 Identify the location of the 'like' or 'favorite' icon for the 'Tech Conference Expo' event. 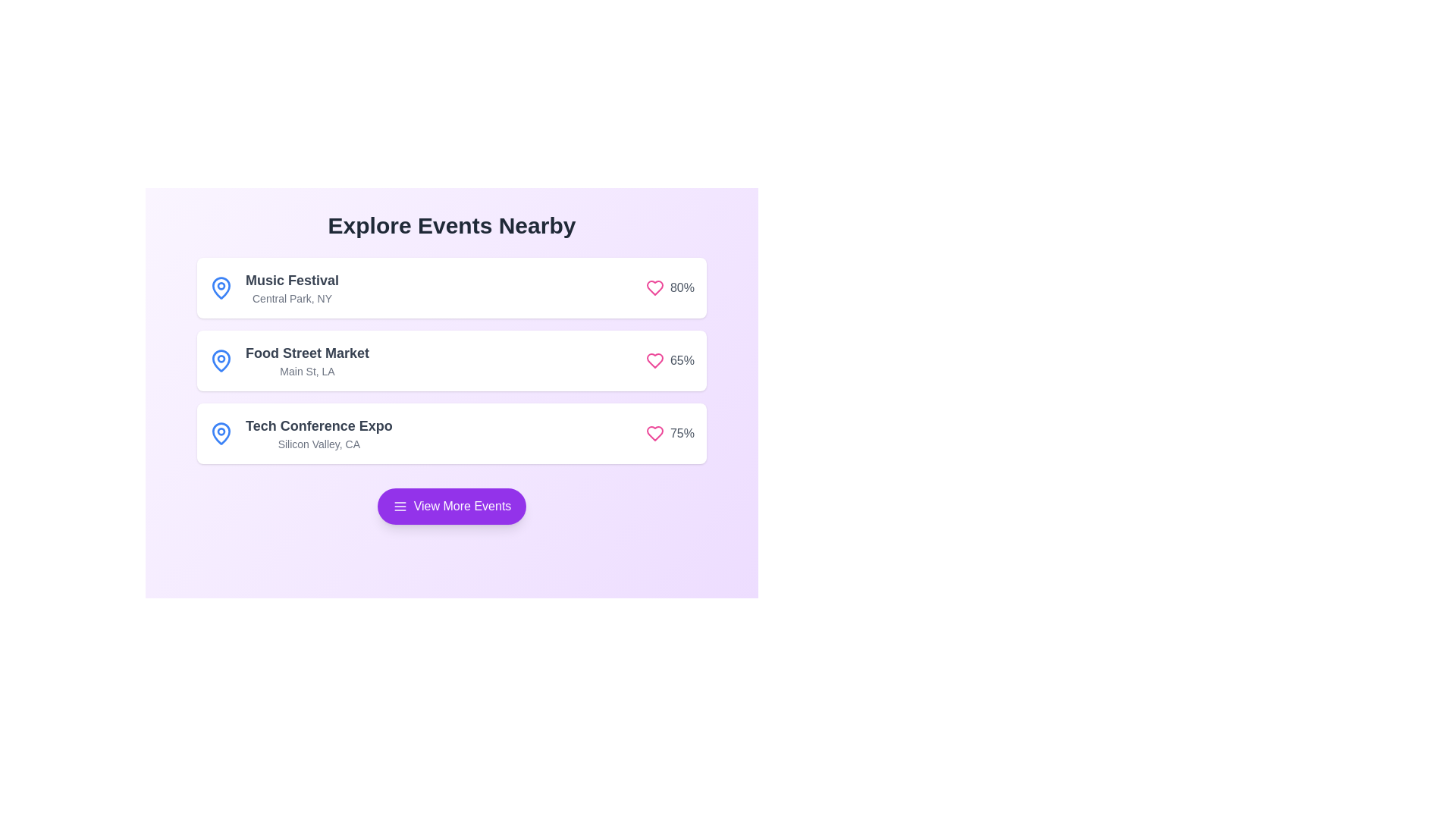
(655, 433).